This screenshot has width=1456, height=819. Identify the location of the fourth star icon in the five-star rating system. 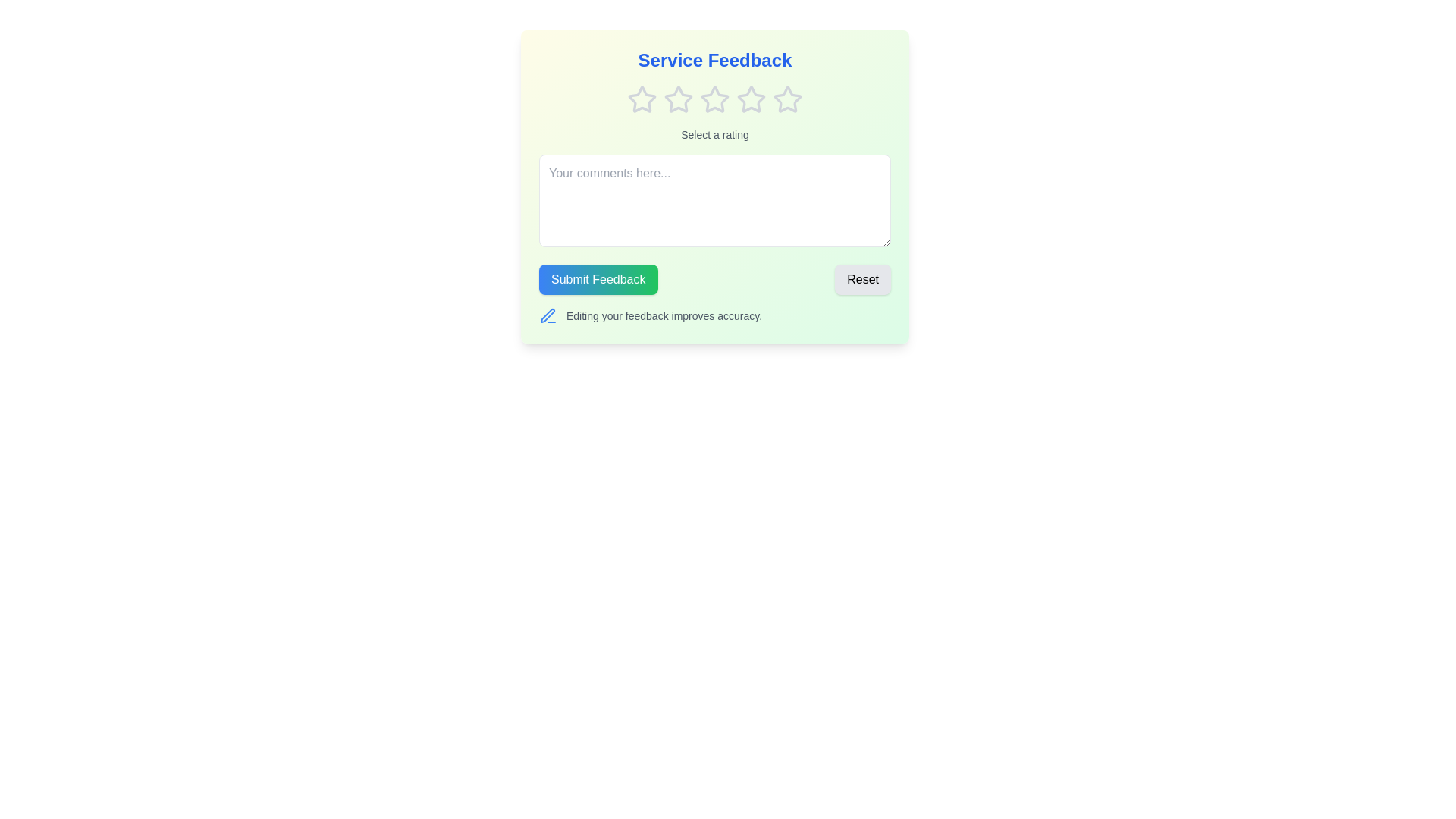
(751, 99).